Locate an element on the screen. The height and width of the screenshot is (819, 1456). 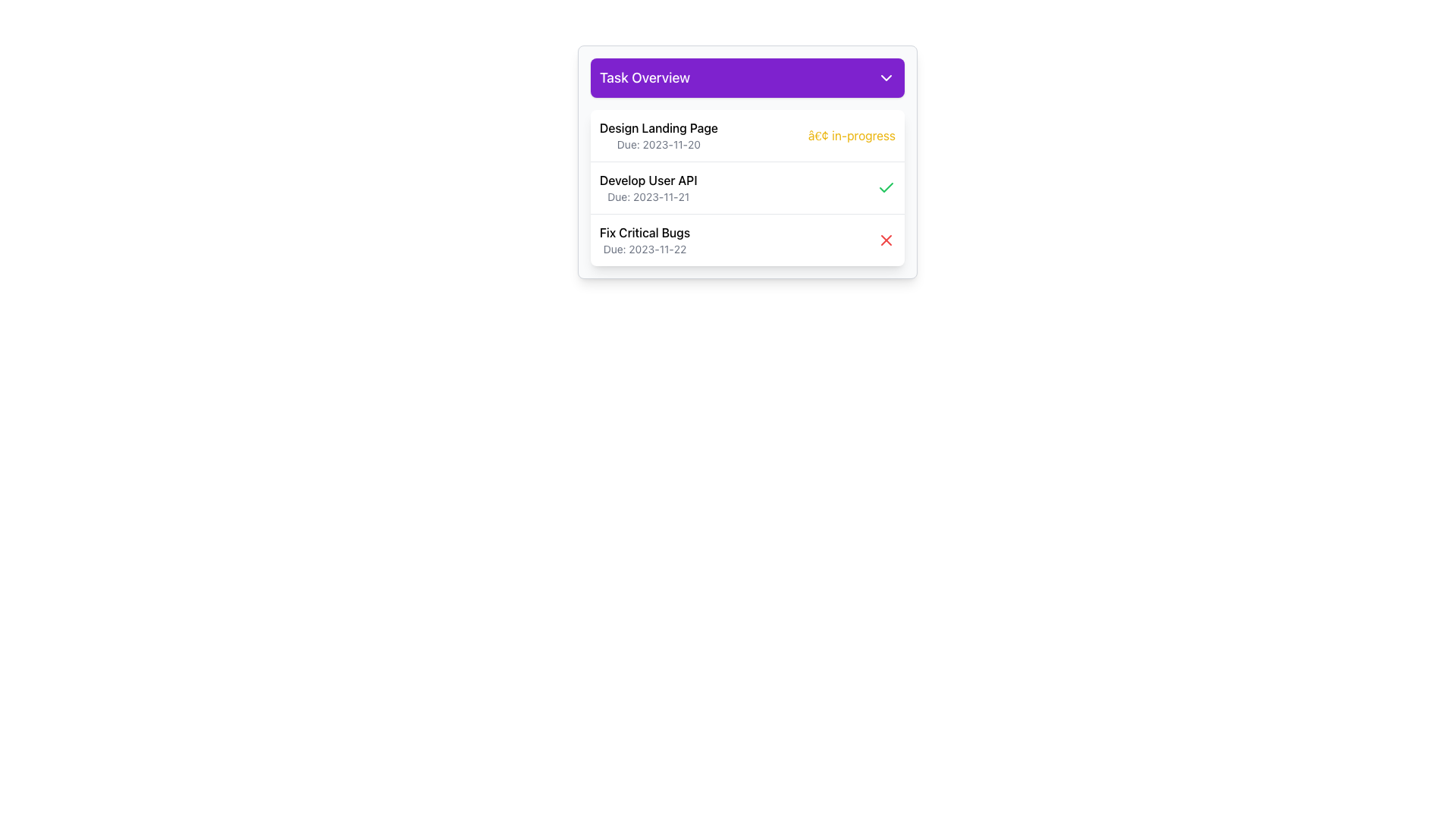
the text label indicating the status '• in-progress' in yellow color located in the topmost task row of the 'Task Overview' dropdown is located at coordinates (852, 134).